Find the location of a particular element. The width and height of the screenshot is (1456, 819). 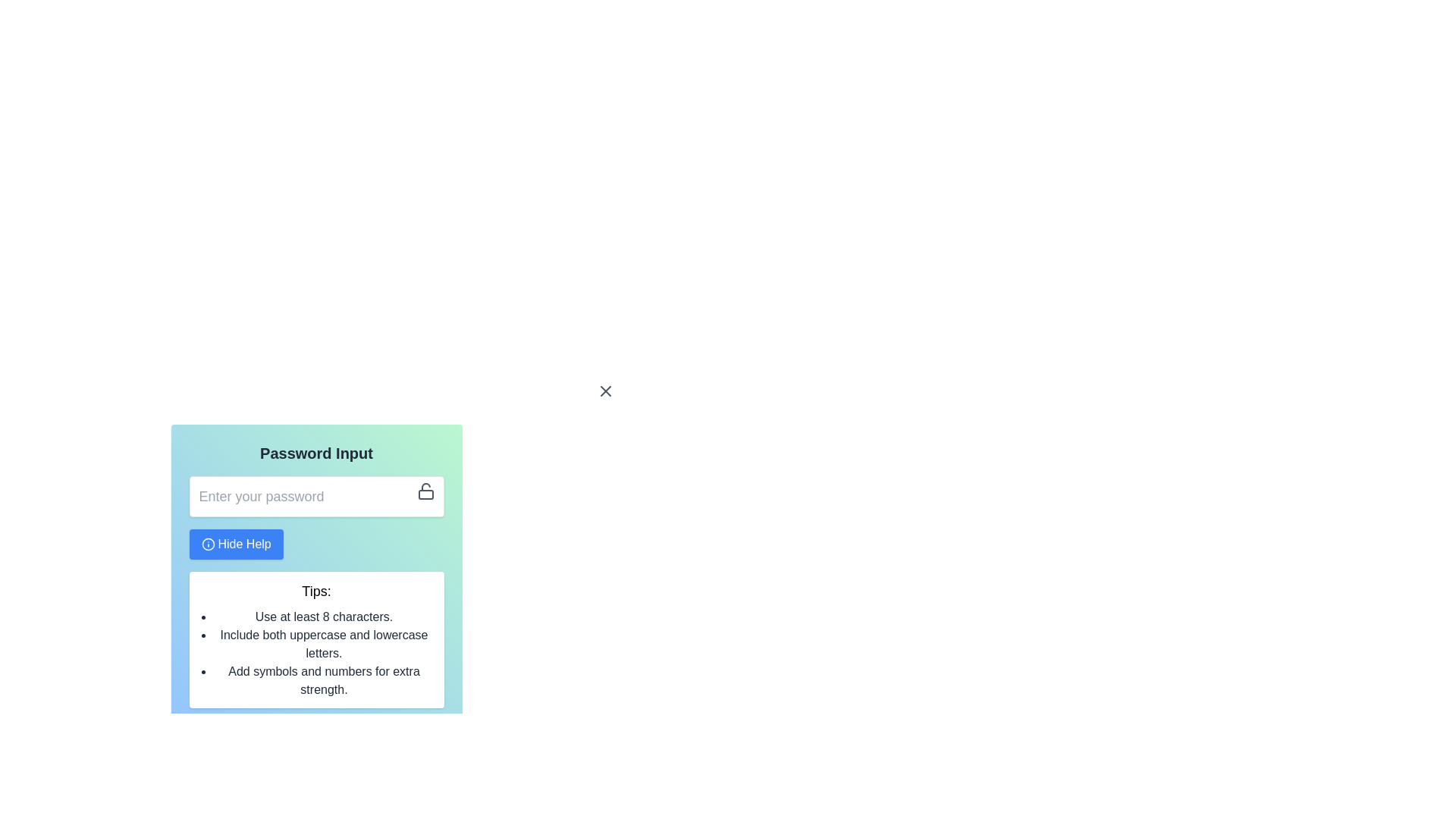

text in the third item of the bulleted list within the 'Tips' box, which provides guidance for creating a stronger password is located at coordinates (323, 680).